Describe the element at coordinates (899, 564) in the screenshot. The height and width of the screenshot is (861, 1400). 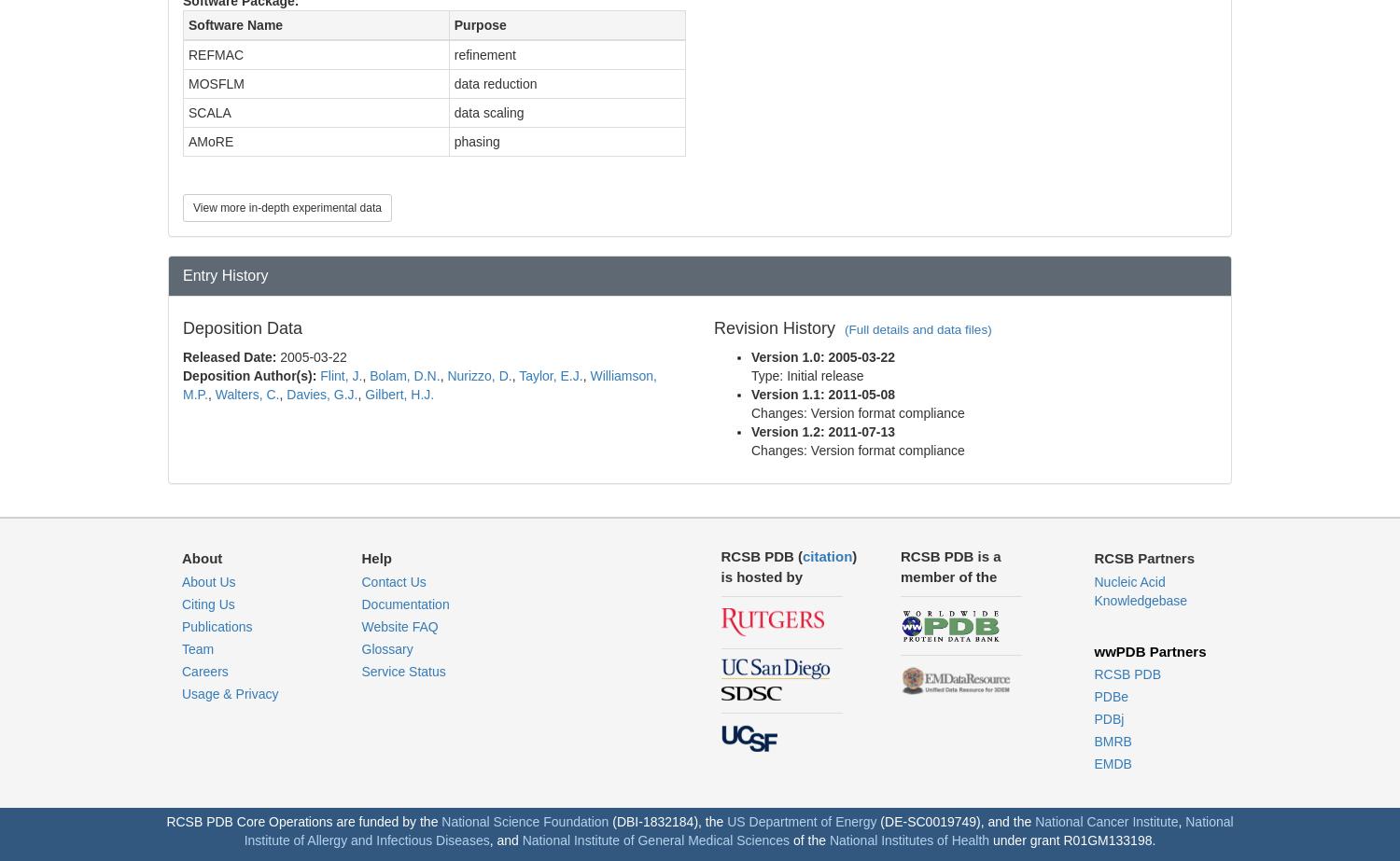
I see `'RCSB PDB is a member of the'` at that location.